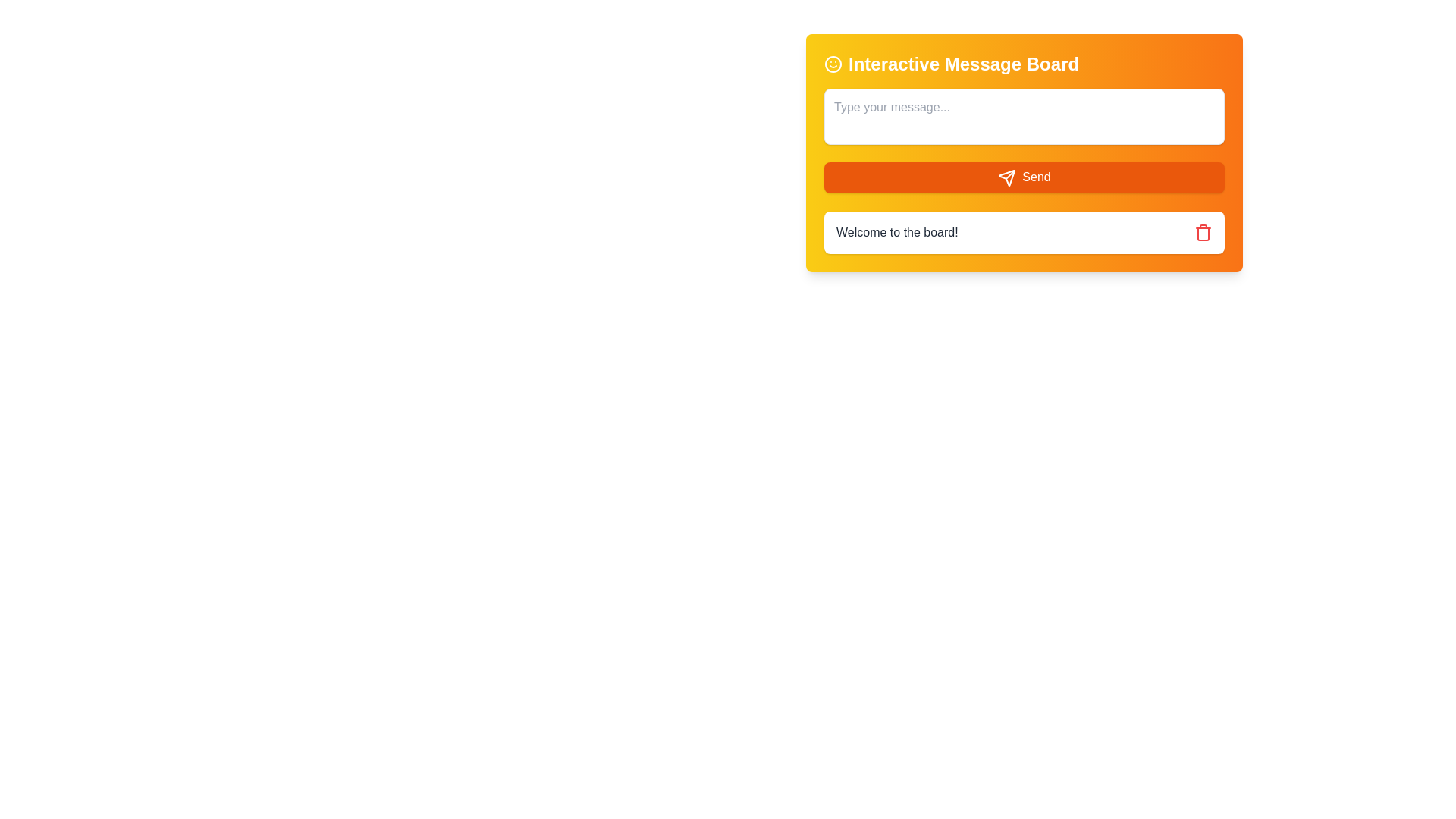 This screenshot has height=819, width=1456. I want to click on the decorative SVG circle located to the left of the 'Interactive Message Board' title at the top of the message board interface, so click(833, 63).